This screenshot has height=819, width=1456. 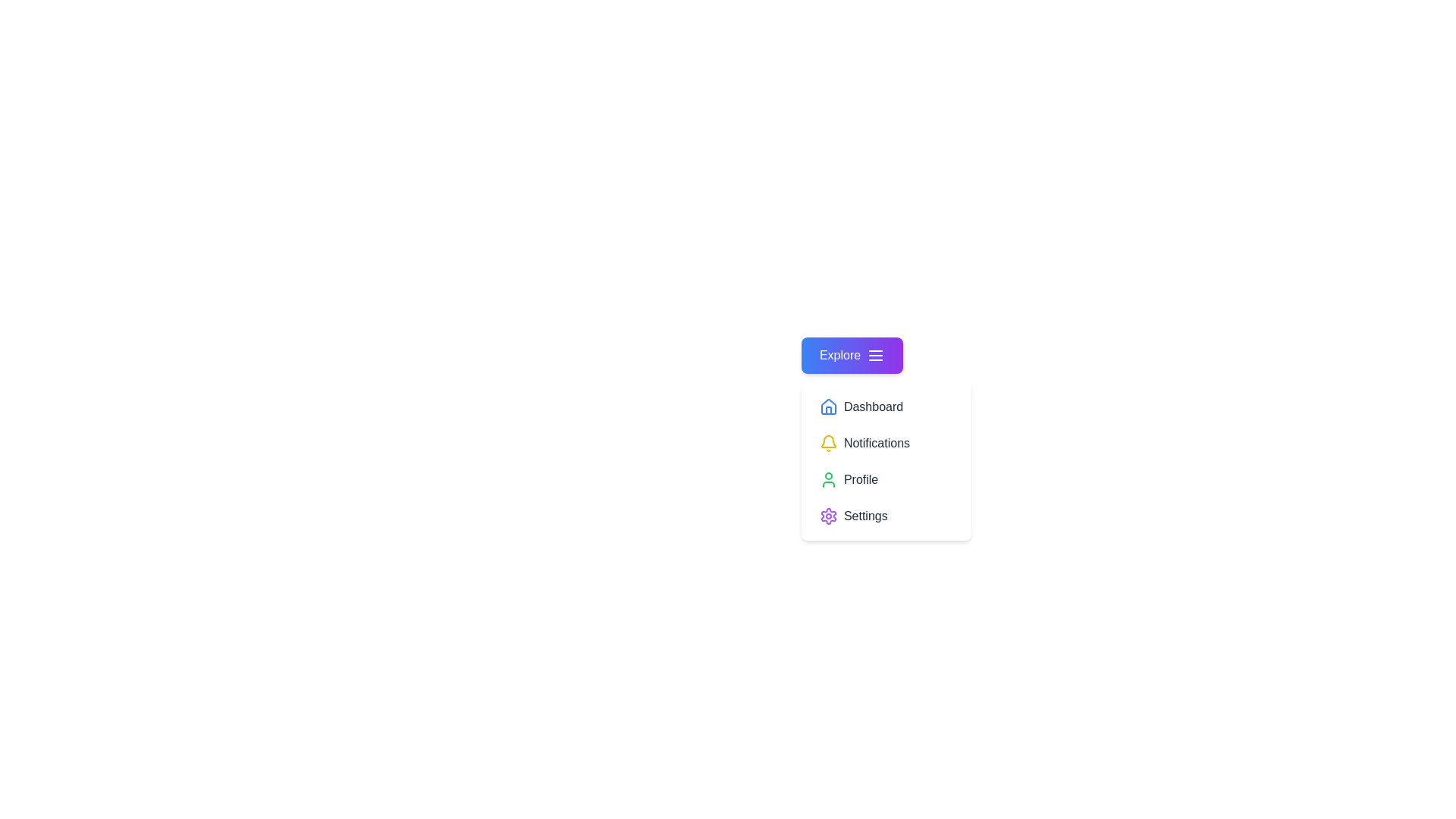 What do you see at coordinates (886, 479) in the screenshot?
I see `the 'Profile' option in the menu` at bounding box center [886, 479].